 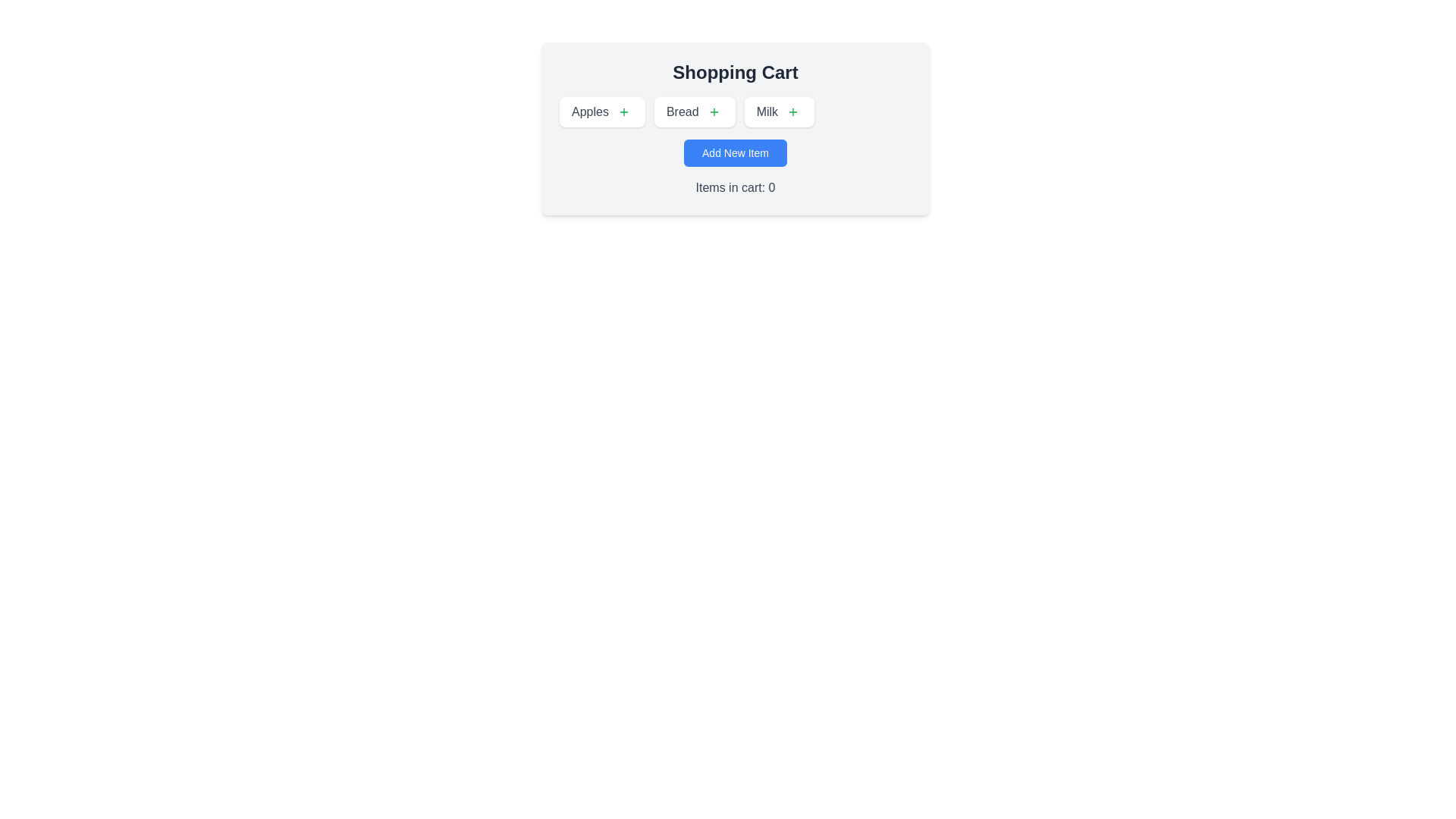 I want to click on the '+' button next to Apples to increment the cart count, so click(x=623, y=111).